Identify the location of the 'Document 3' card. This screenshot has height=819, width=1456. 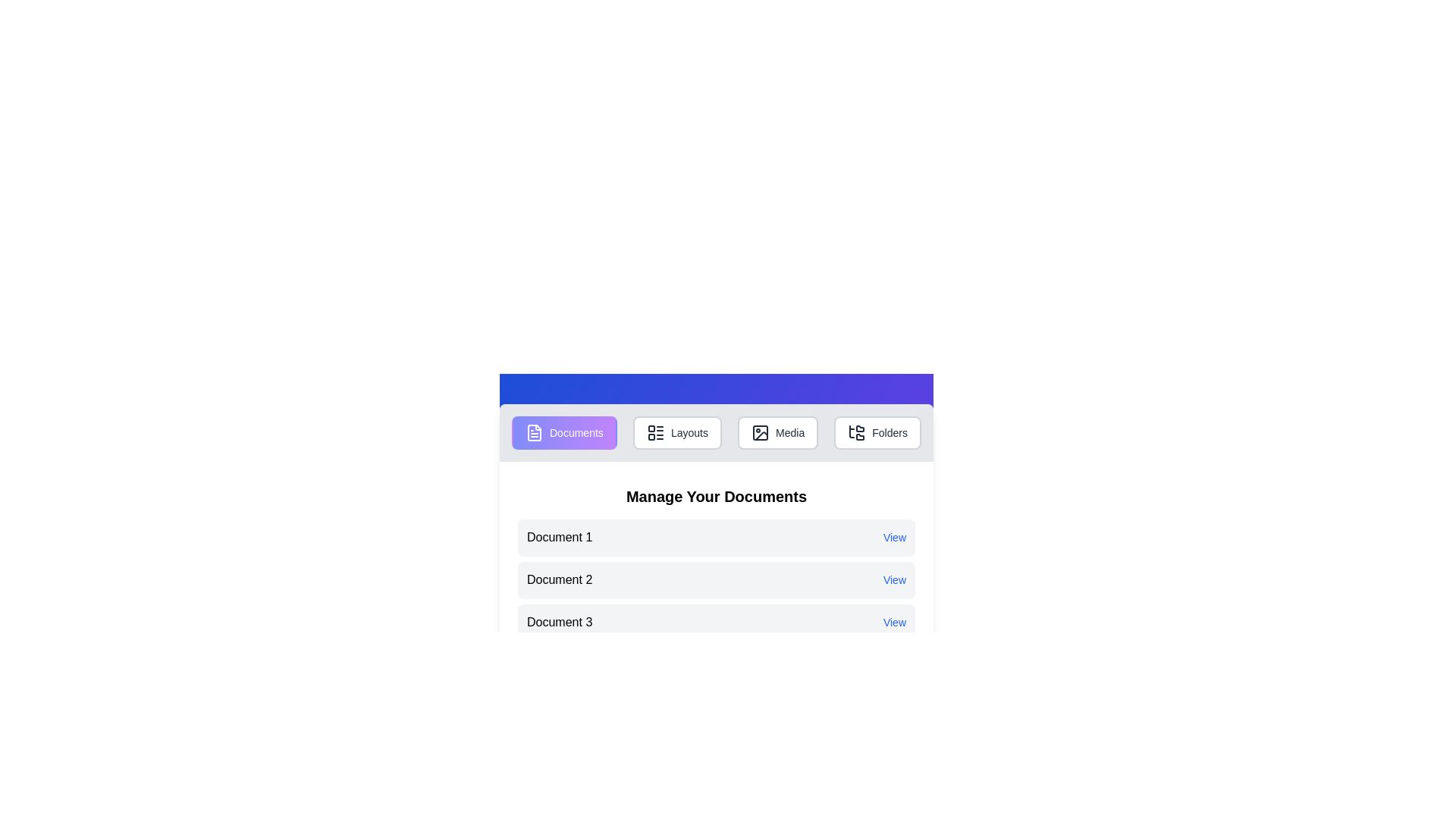
(716, 623).